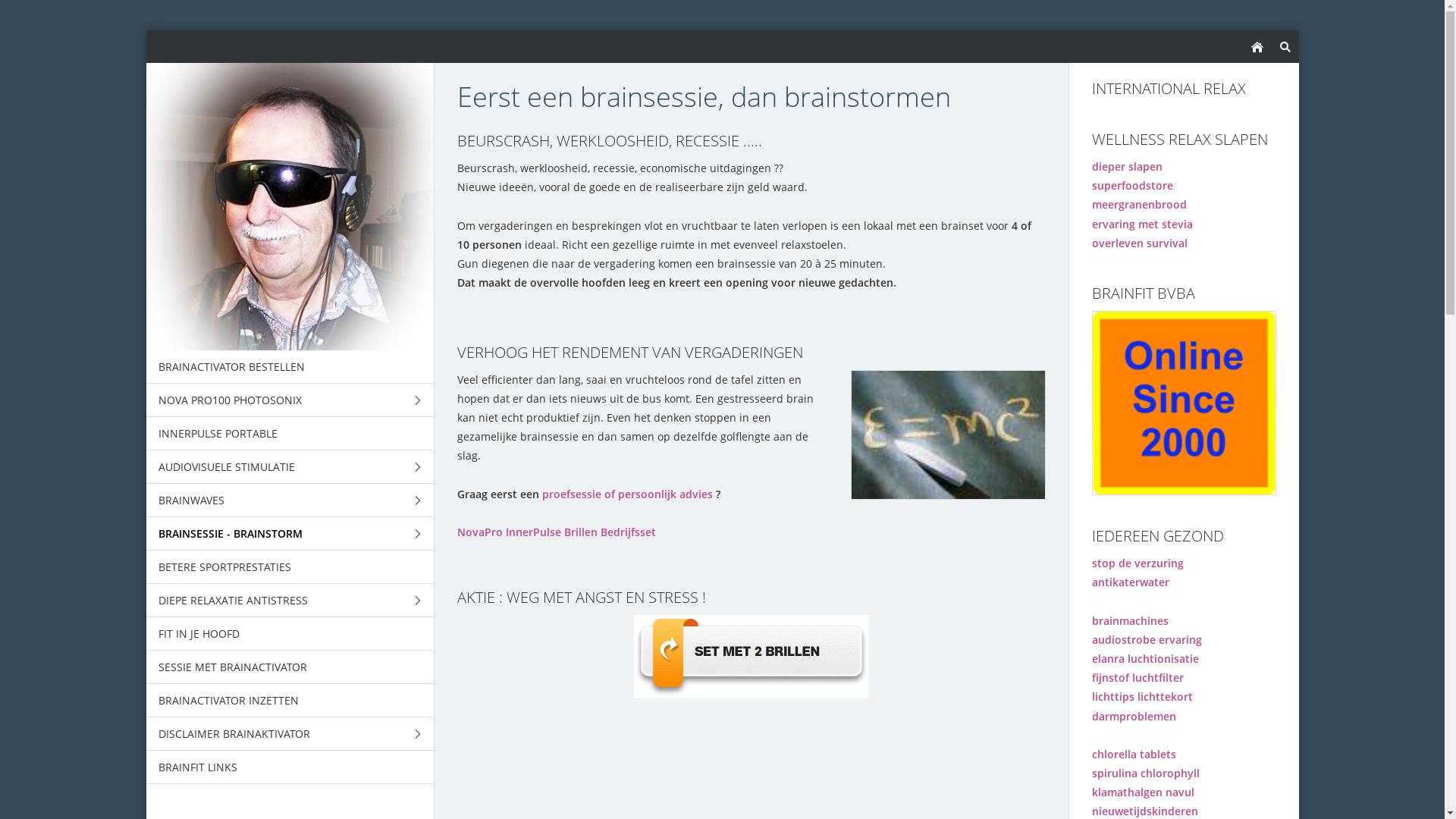 The height and width of the screenshot is (819, 1456). I want to click on 'fijnstof luchtfilter', so click(1137, 676).